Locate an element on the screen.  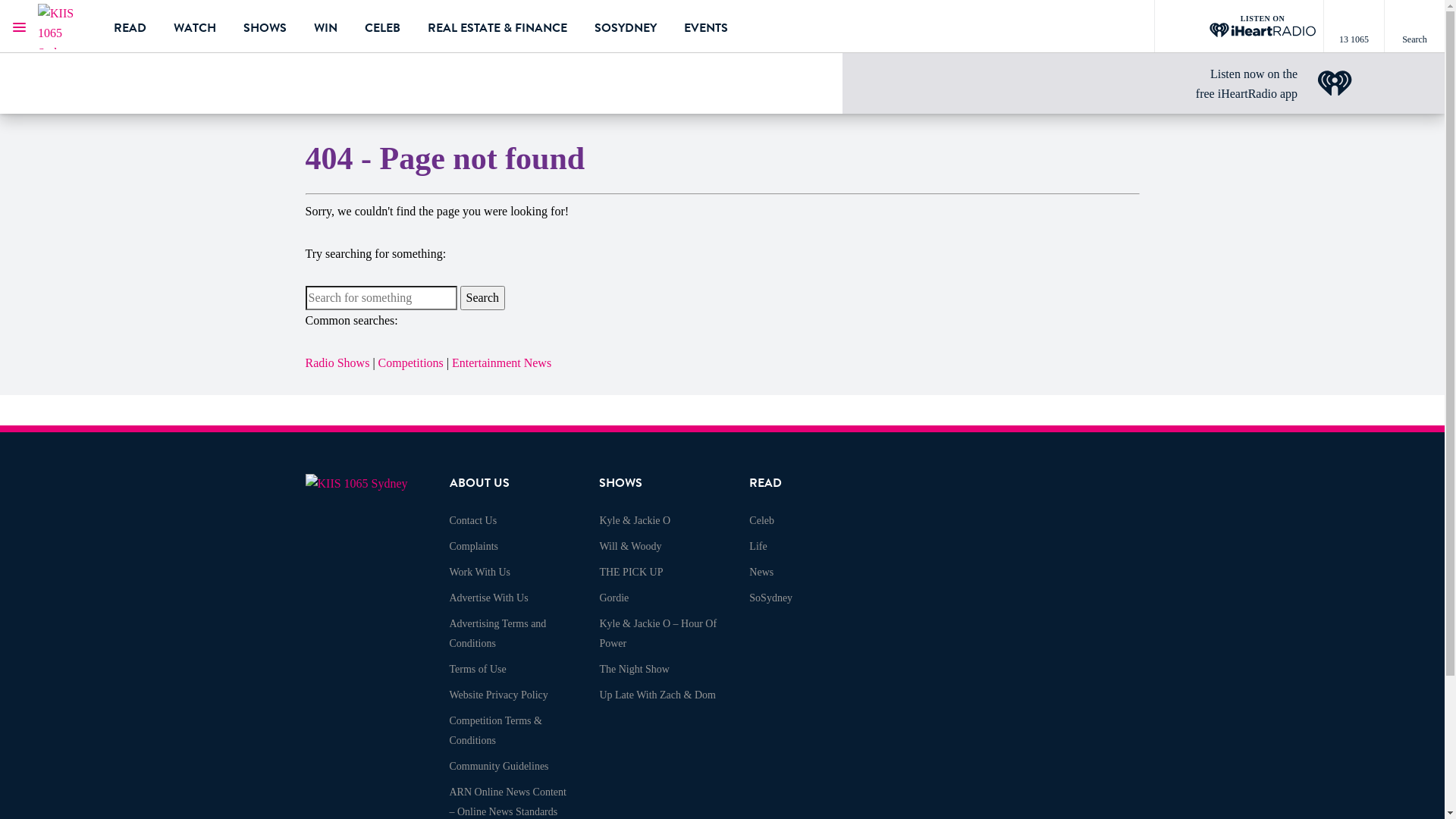
'The Night Show' is located at coordinates (598, 668).